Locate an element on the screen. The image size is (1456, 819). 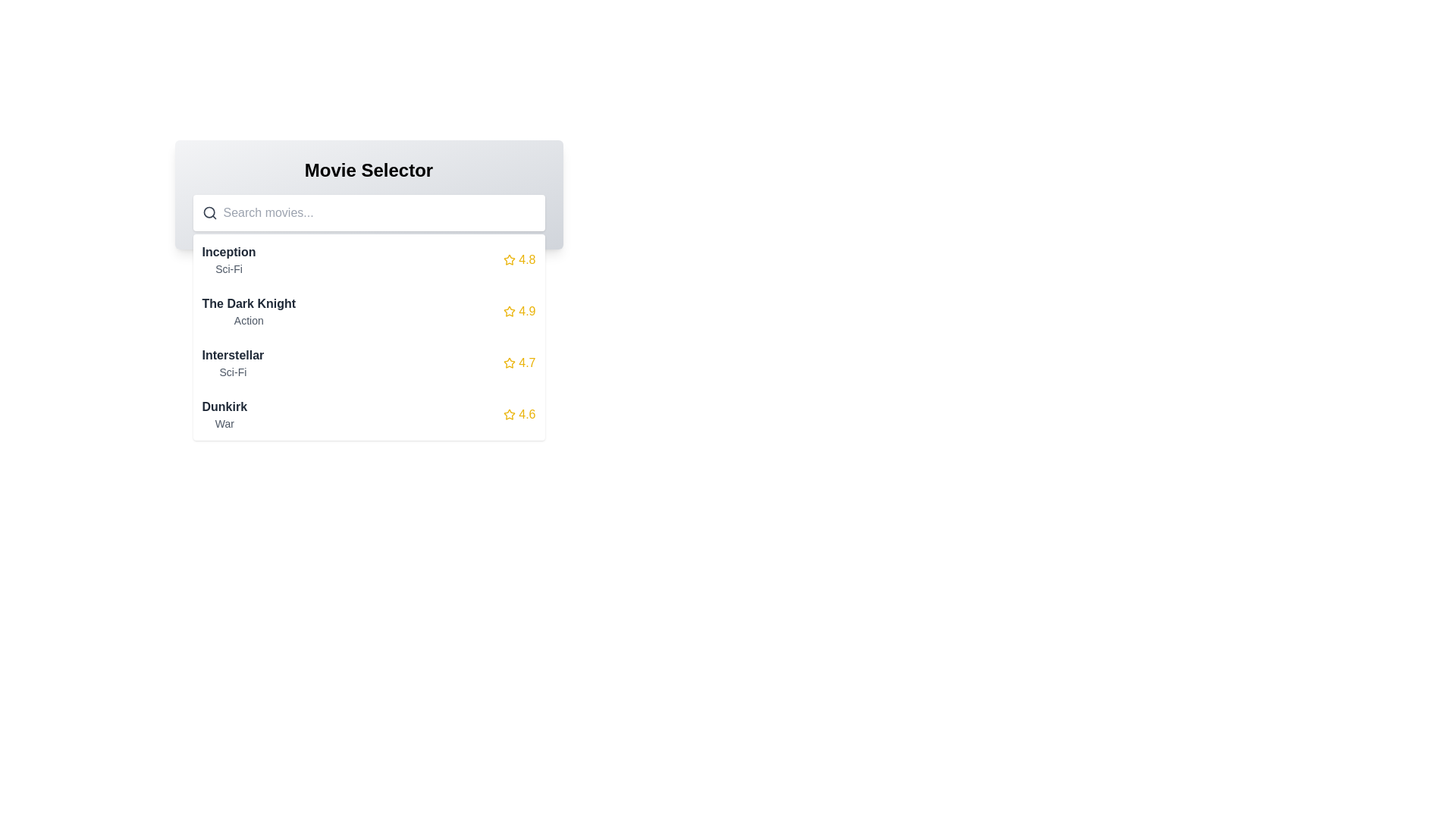
the gold five-pointed star icon located to the immediate left of the '4.7' rating in the 'Interstellar' movie entry under the 'Movie Selector' section is located at coordinates (510, 362).